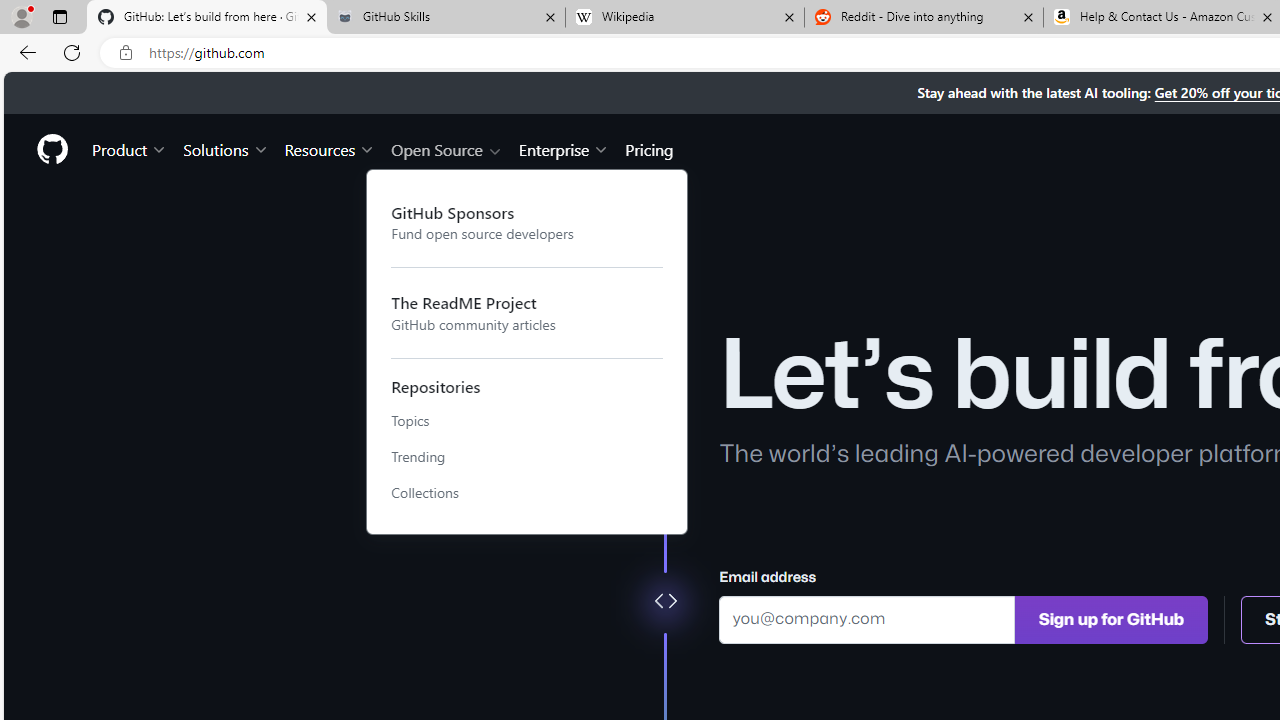  What do you see at coordinates (867, 618) in the screenshot?
I see `'Email address'` at bounding box center [867, 618].